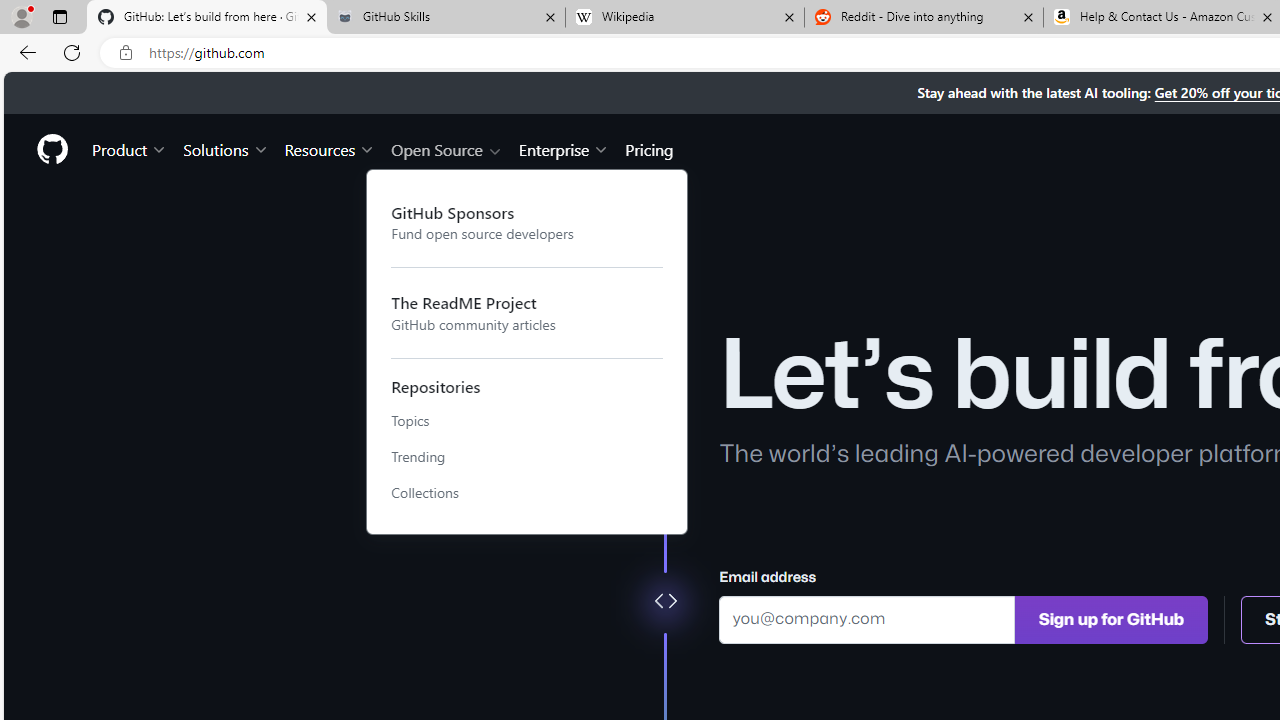  What do you see at coordinates (867, 618) in the screenshot?
I see `'Email address'` at bounding box center [867, 618].